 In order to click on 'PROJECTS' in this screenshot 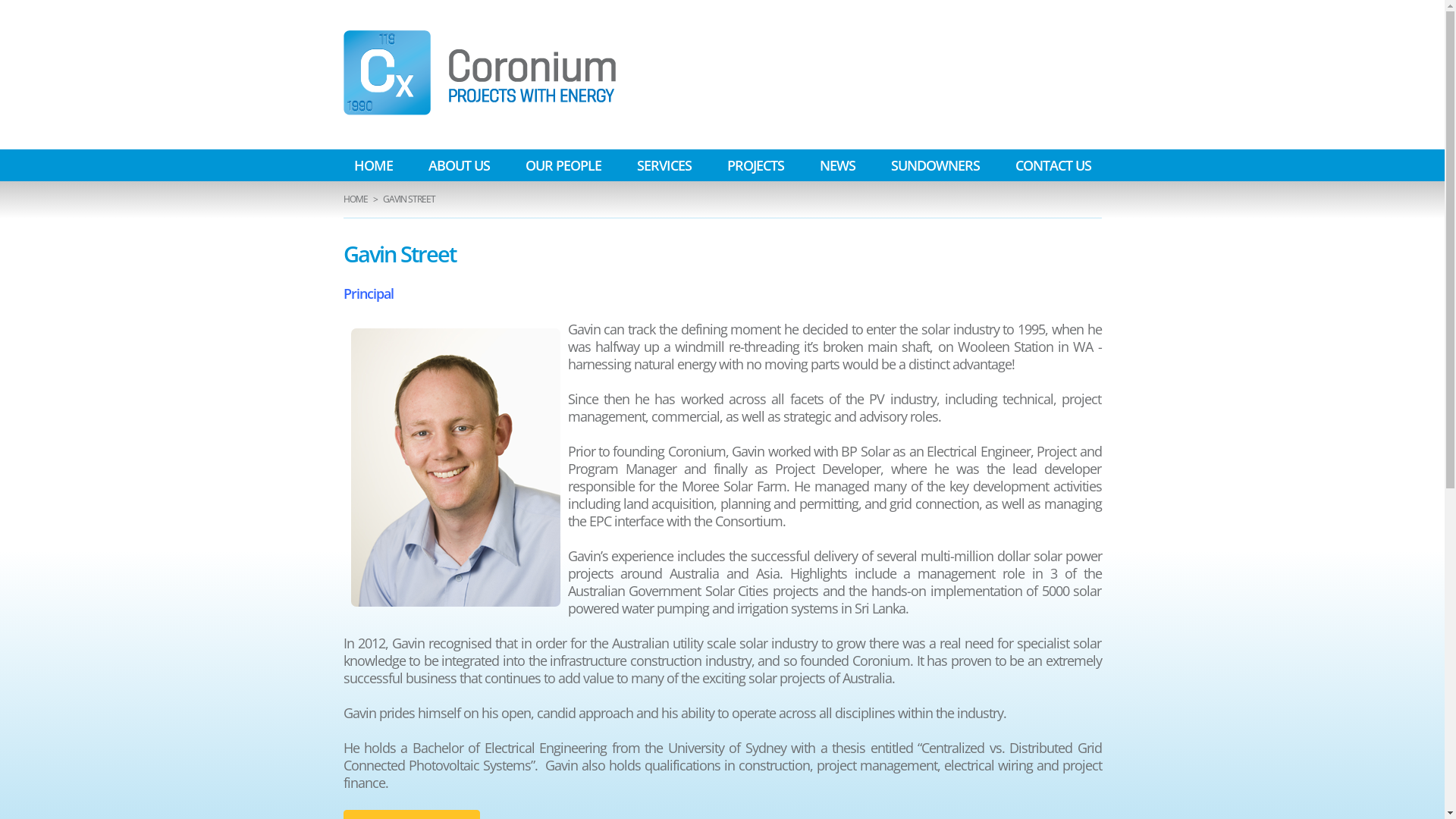, I will do `click(755, 165)`.